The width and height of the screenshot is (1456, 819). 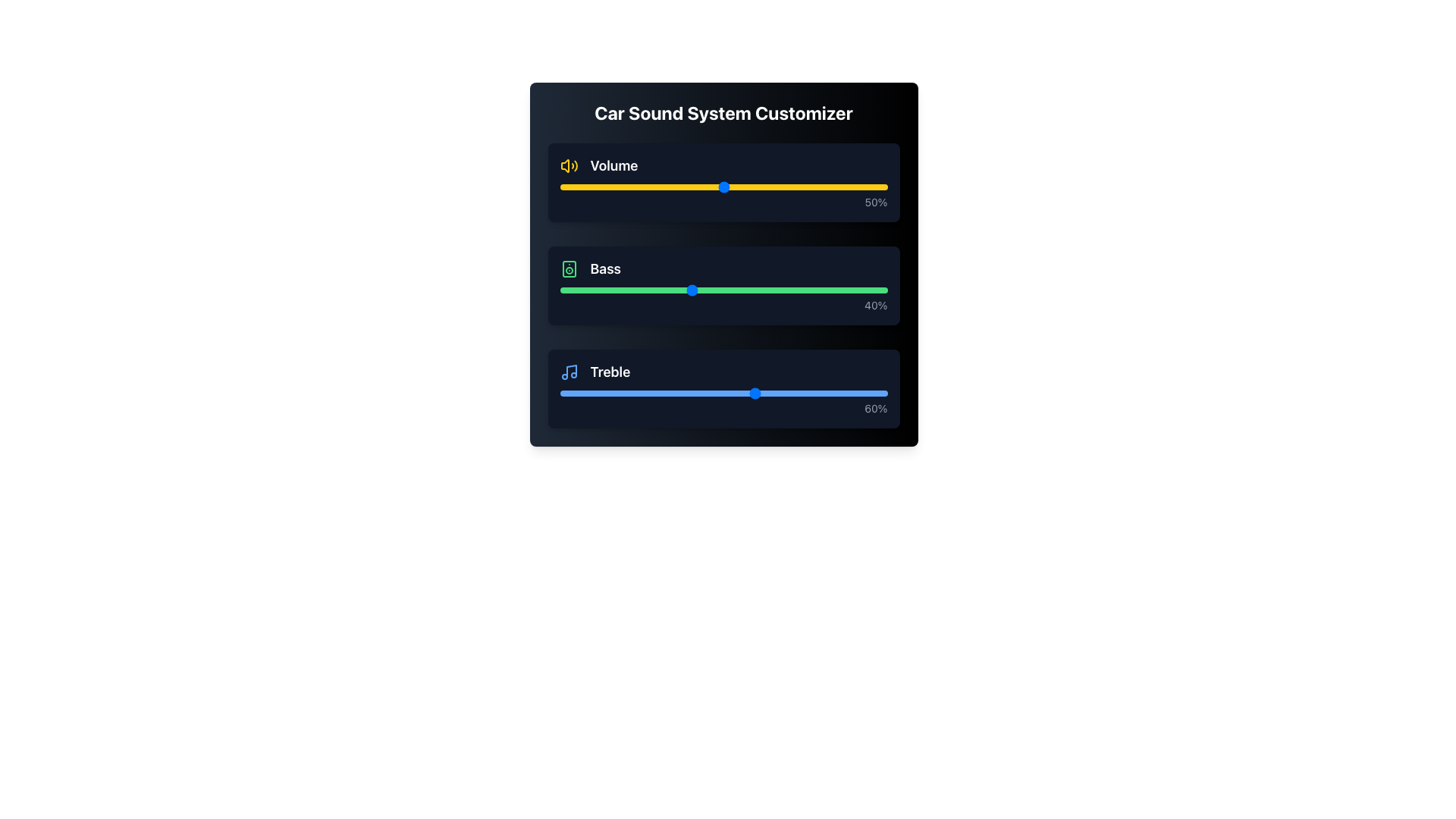 What do you see at coordinates (658, 393) in the screenshot?
I see `the treble level` at bounding box center [658, 393].